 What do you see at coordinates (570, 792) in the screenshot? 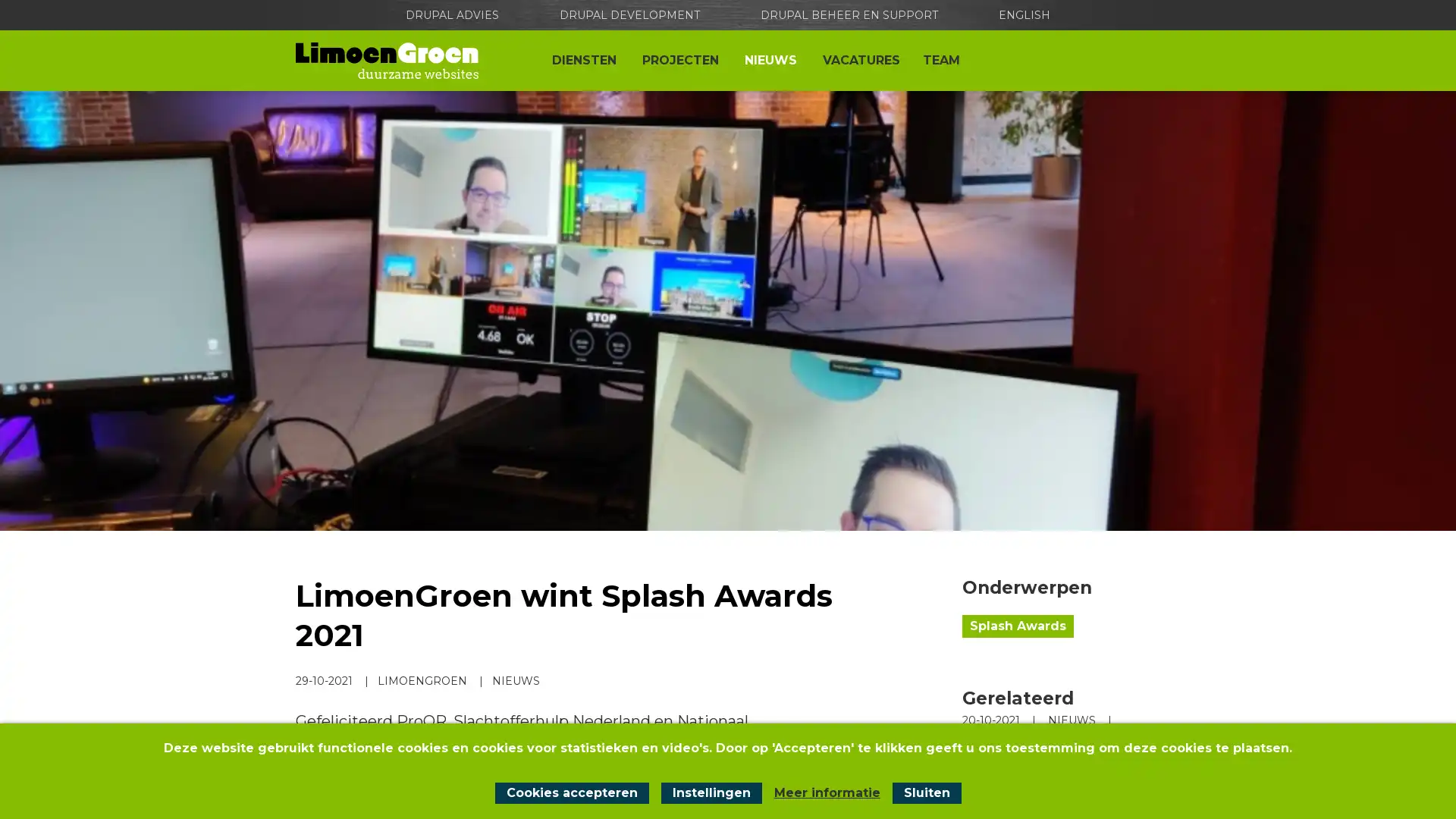
I see `Cookies accepteren` at bounding box center [570, 792].